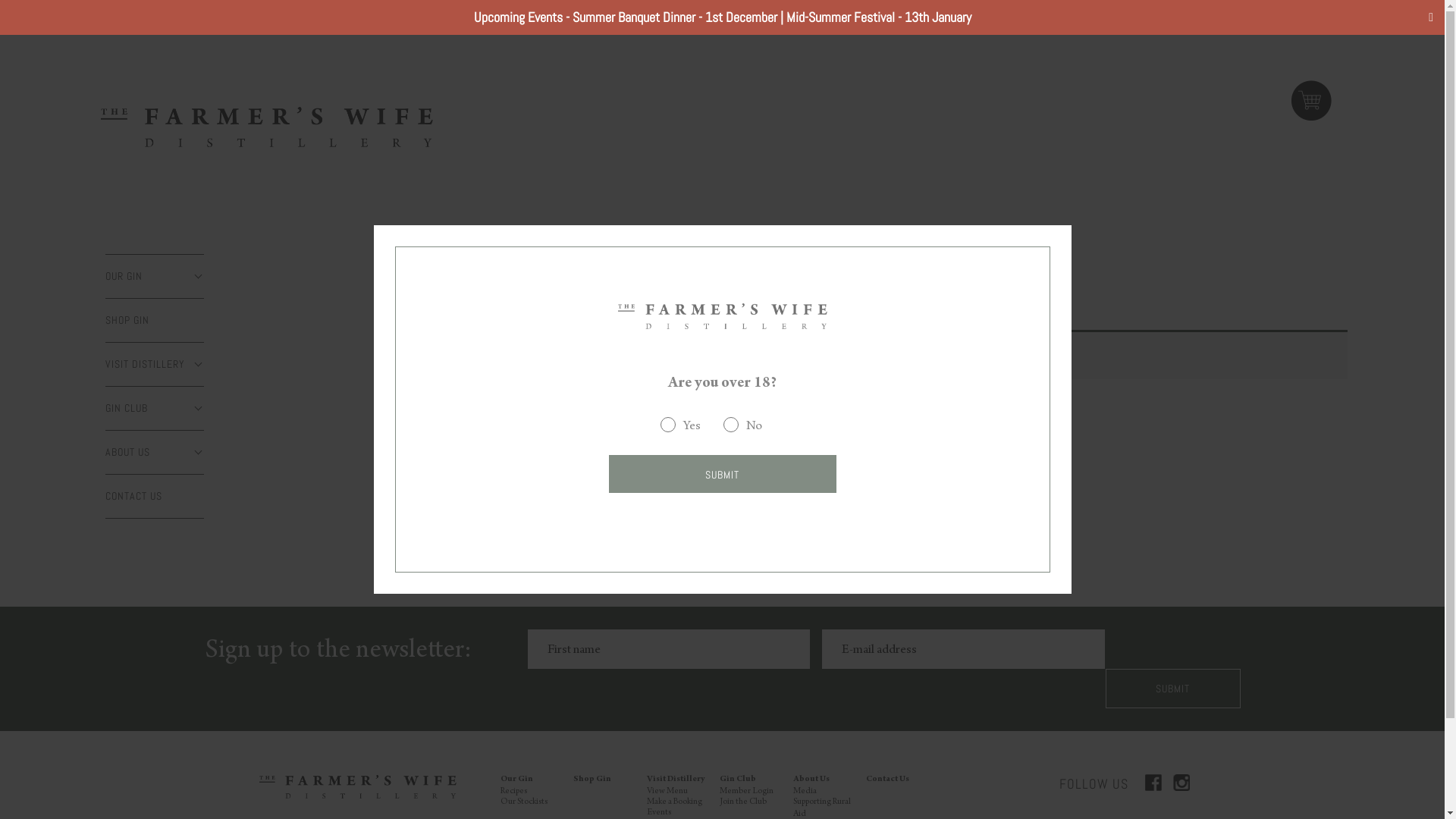  What do you see at coordinates (811, 780) in the screenshot?
I see `'About Us'` at bounding box center [811, 780].